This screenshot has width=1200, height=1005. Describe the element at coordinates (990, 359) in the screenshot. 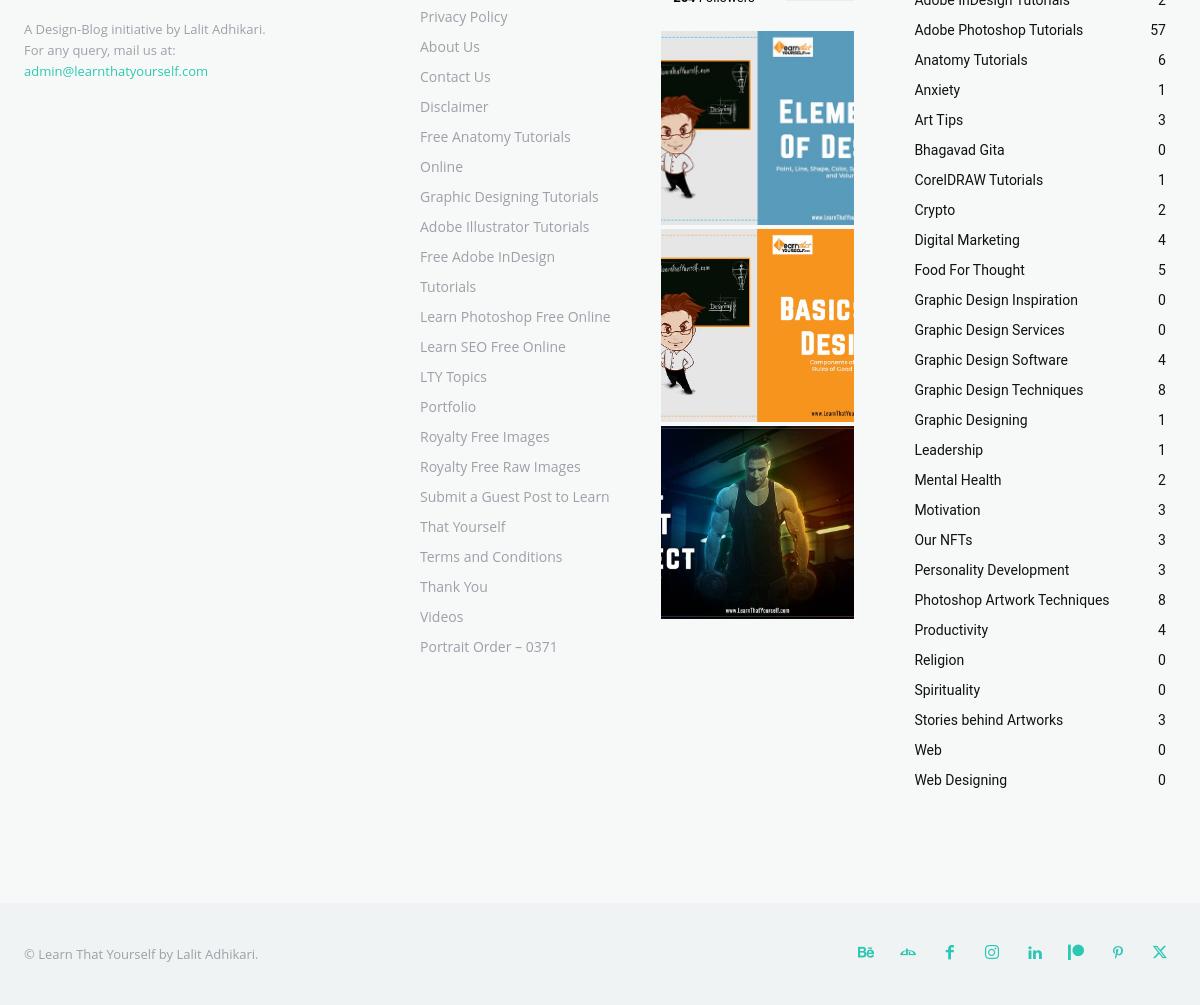

I see `'Graphic Design Software'` at that location.